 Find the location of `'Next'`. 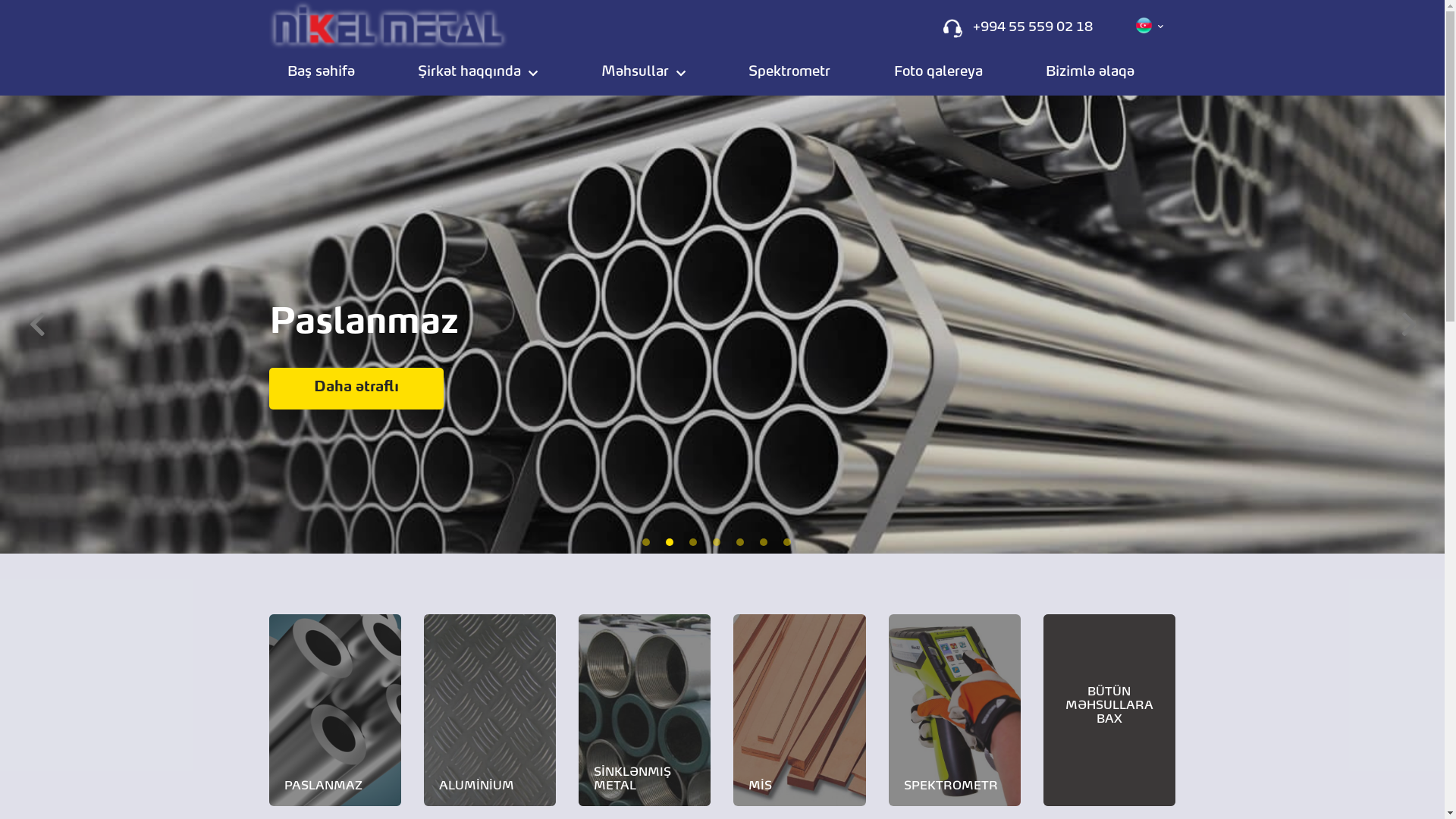

'Next' is located at coordinates (1407, 314).